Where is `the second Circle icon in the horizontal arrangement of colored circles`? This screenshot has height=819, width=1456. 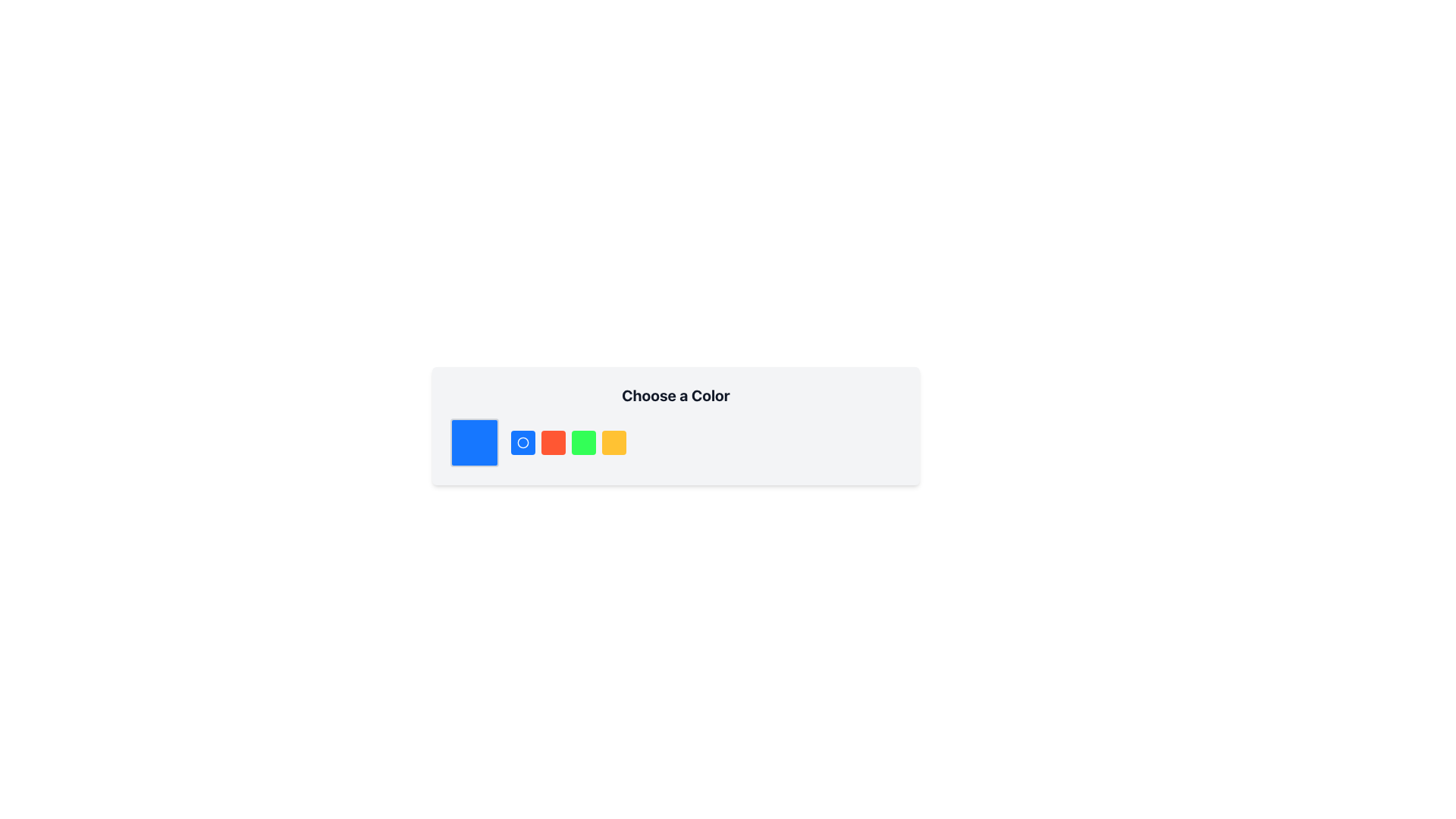 the second Circle icon in the horizontal arrangement of colored circles is located at coordinates (523, 442).